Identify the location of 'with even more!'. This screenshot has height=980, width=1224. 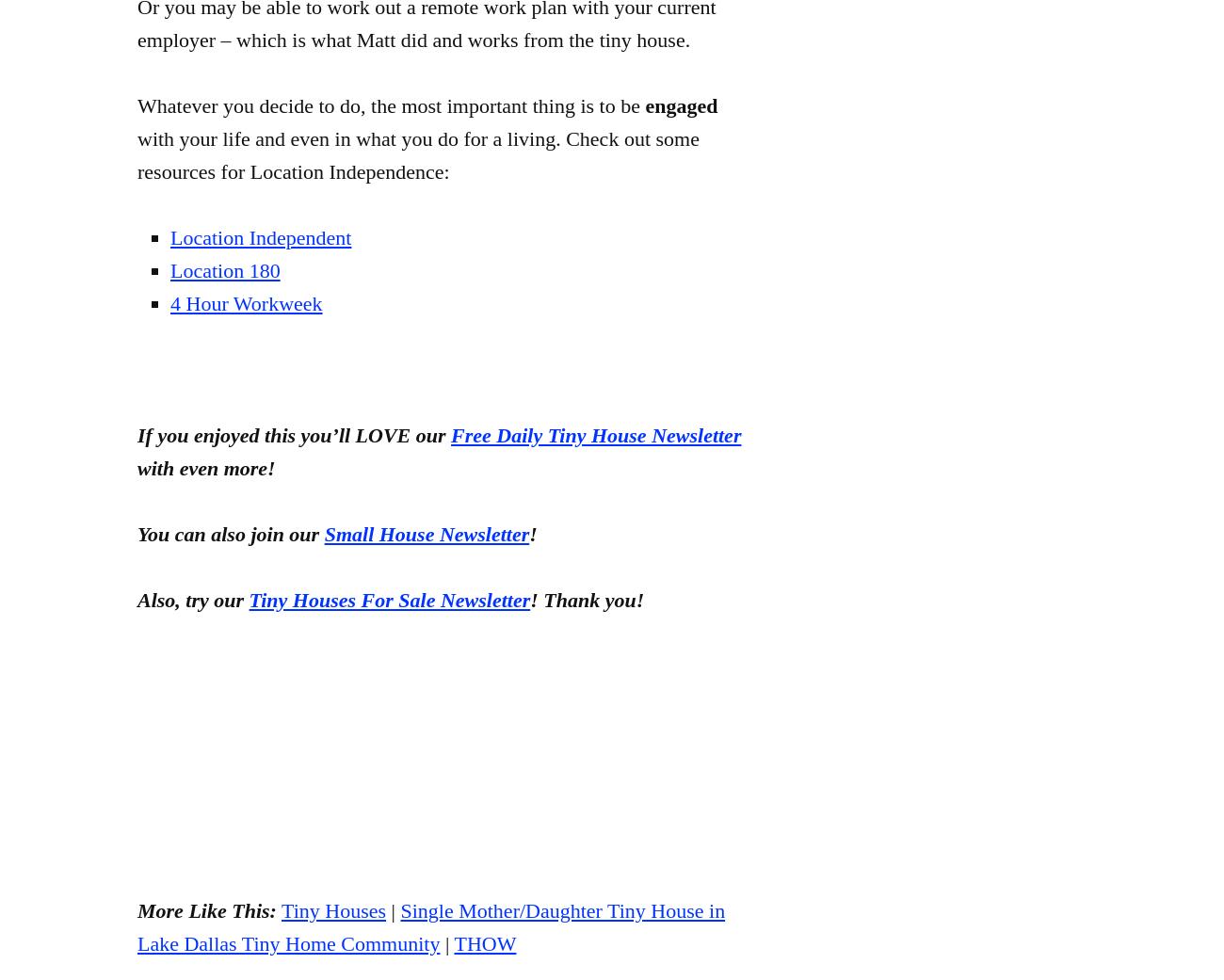
(205, 467).